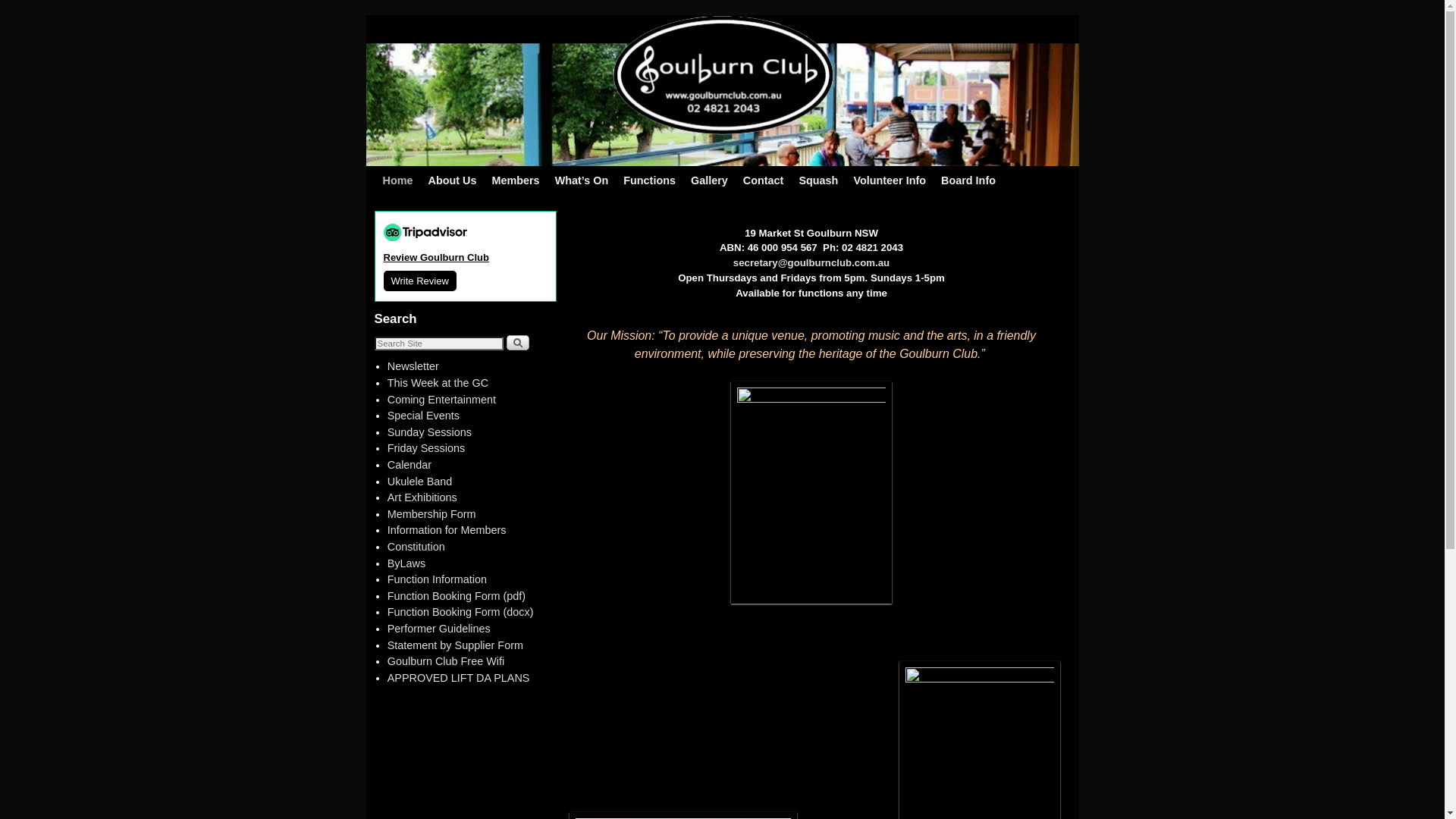 The width and height of the screenshot is (1456, 819). What do you see at coordinates (416, 547) in the screenshot?
I see `'Constitution'` at bounding box center [416, 547].